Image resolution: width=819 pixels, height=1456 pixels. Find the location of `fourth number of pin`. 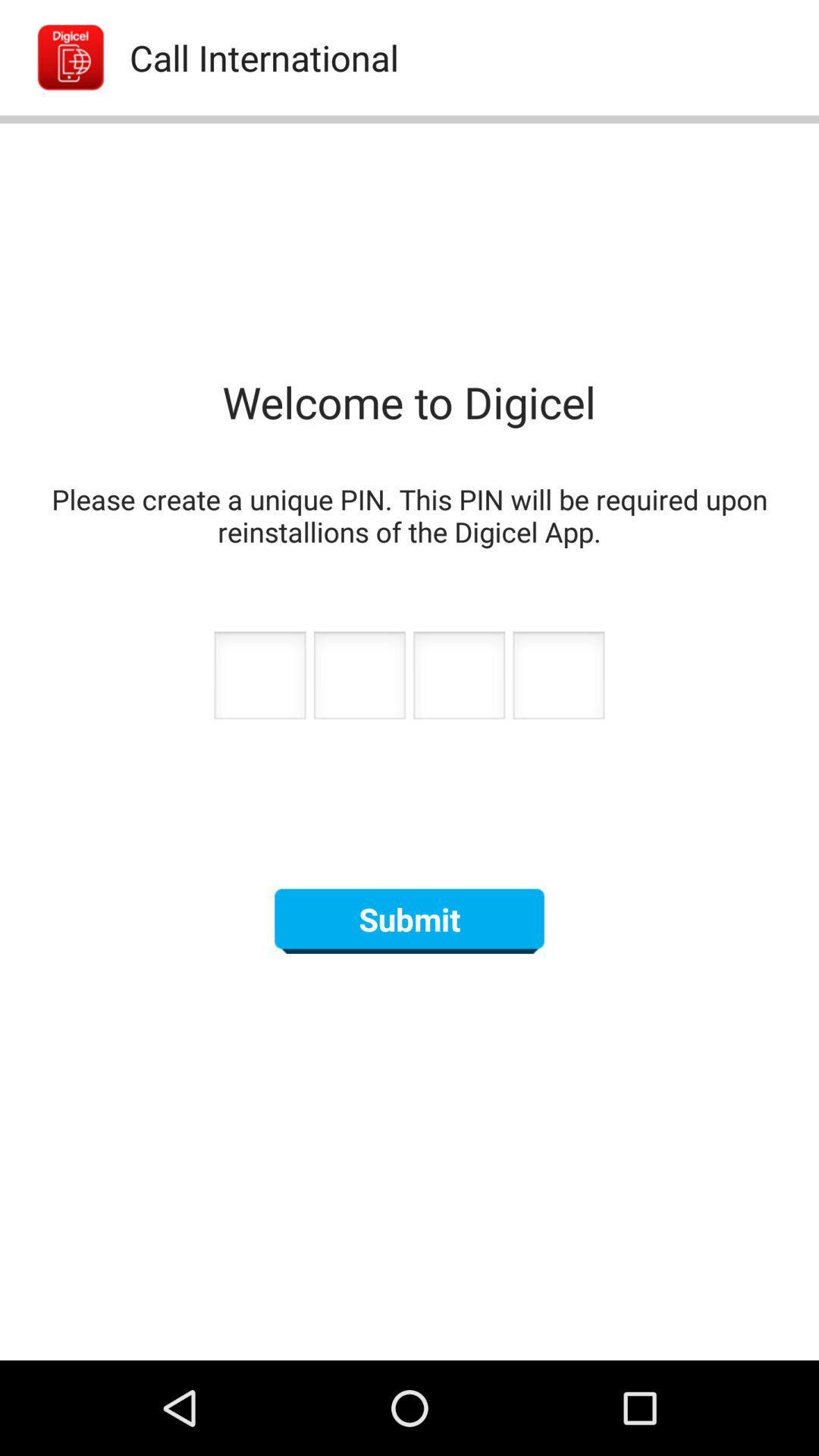

fourth number of pin is located at coordinates (558, 679).